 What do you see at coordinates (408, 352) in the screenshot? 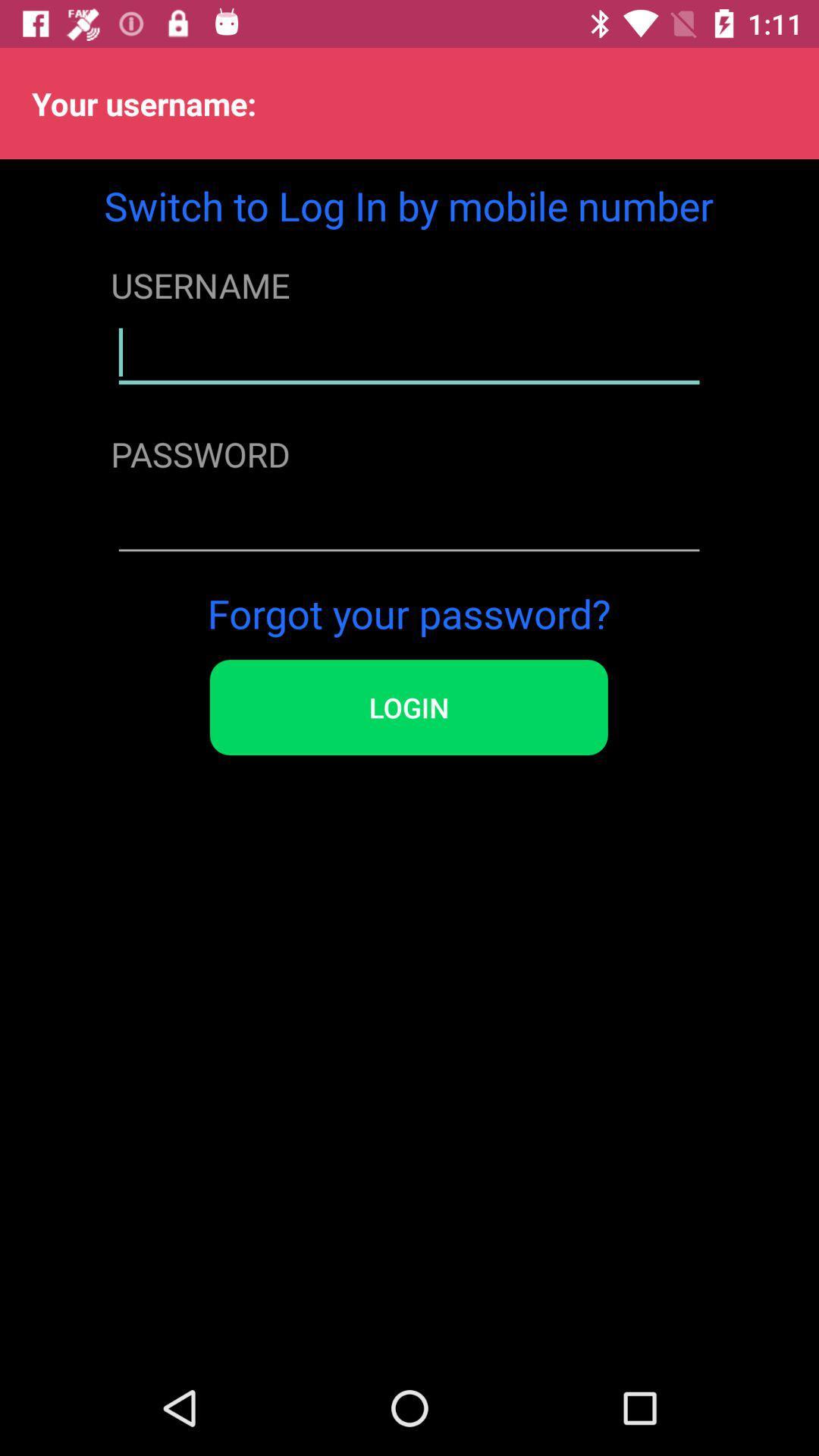
I see `the icon below the username icon` at bounding box center [408, 352].